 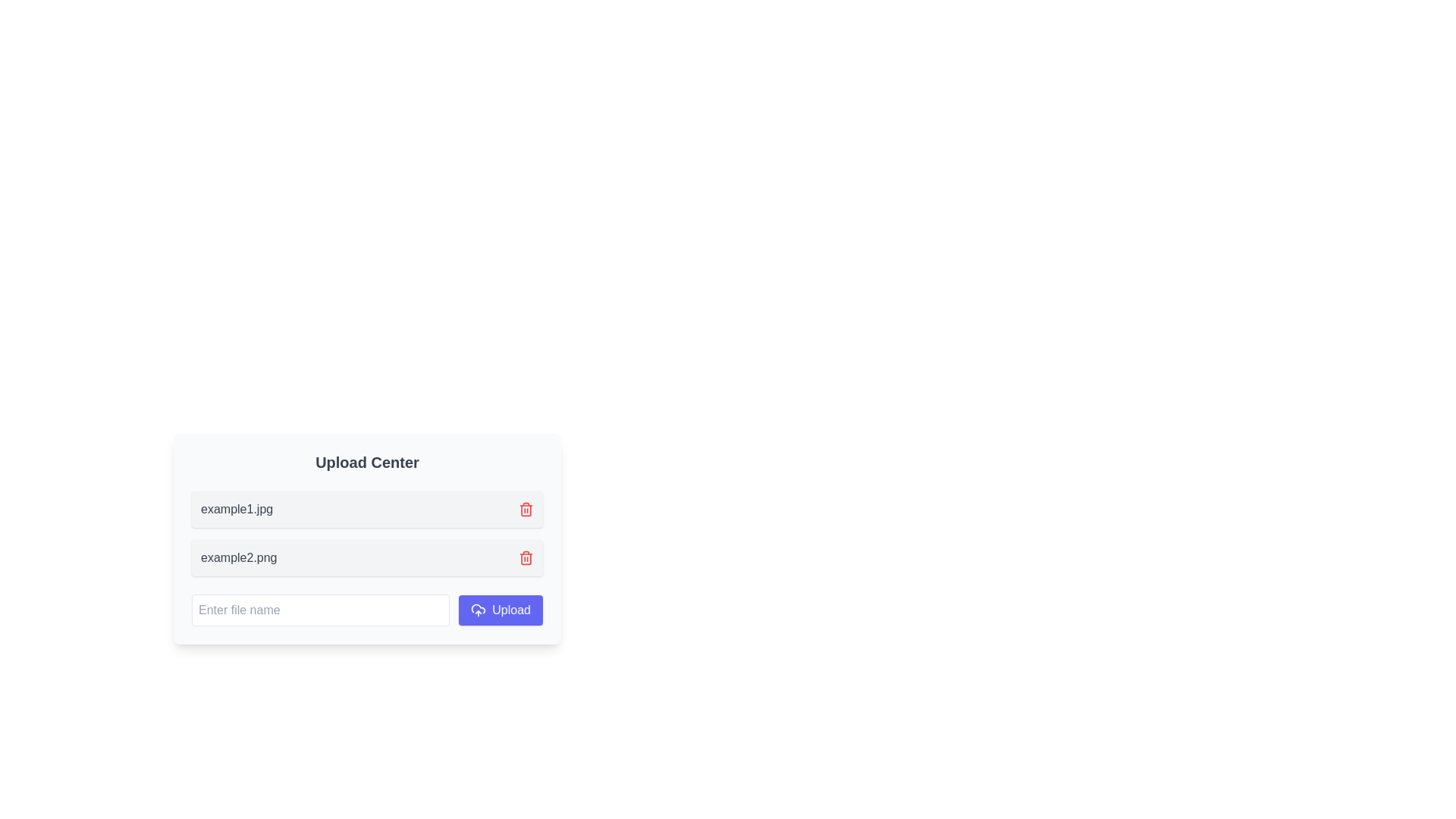 I want to click on the text label displaying 'example2.png' in gray font within the 'Upload Center' interface, so click(x=238, y=558).